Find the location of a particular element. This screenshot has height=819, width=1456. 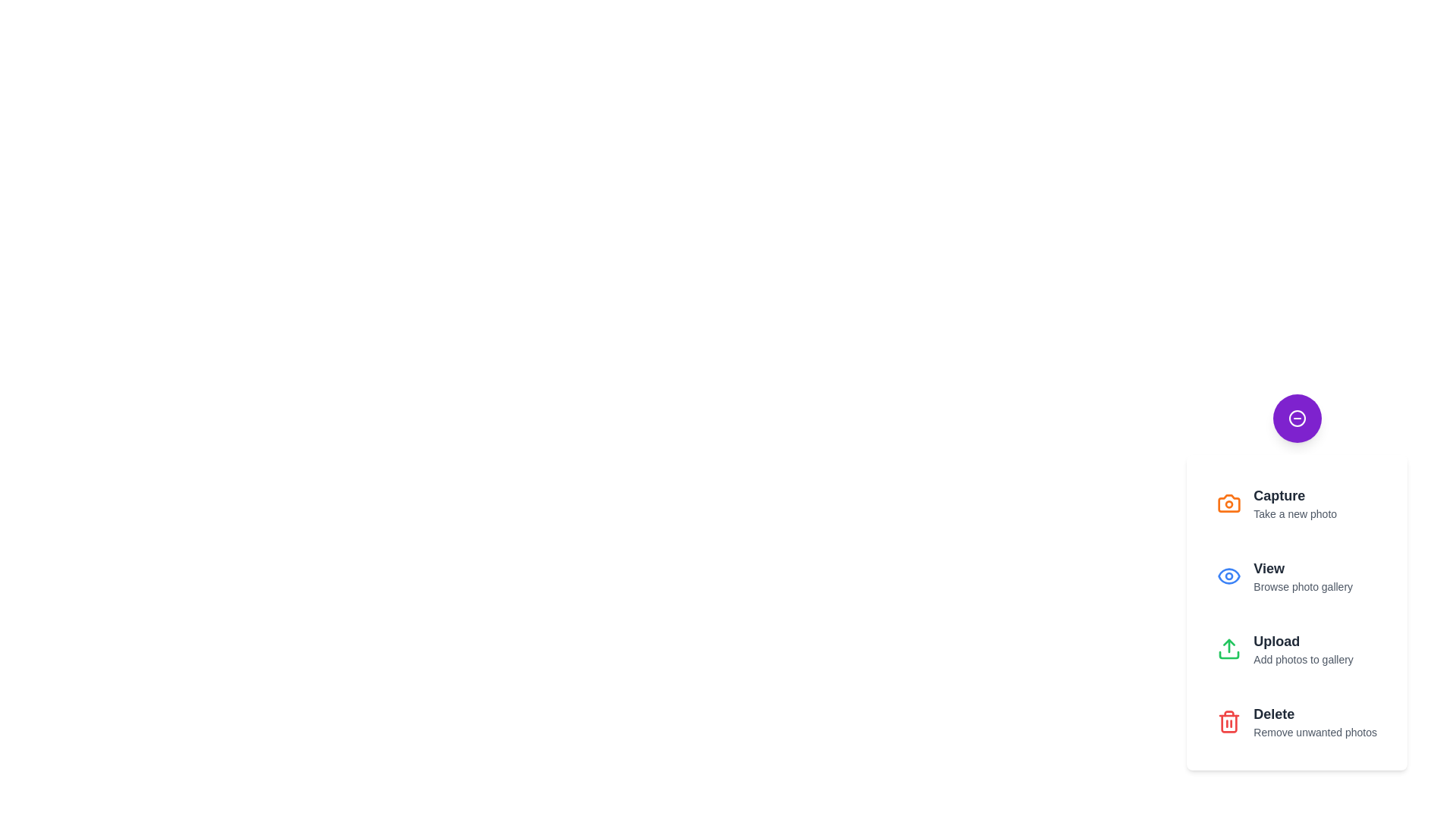

the 'View' button to browse the photo gallery is located at coordinates (1295, 576).